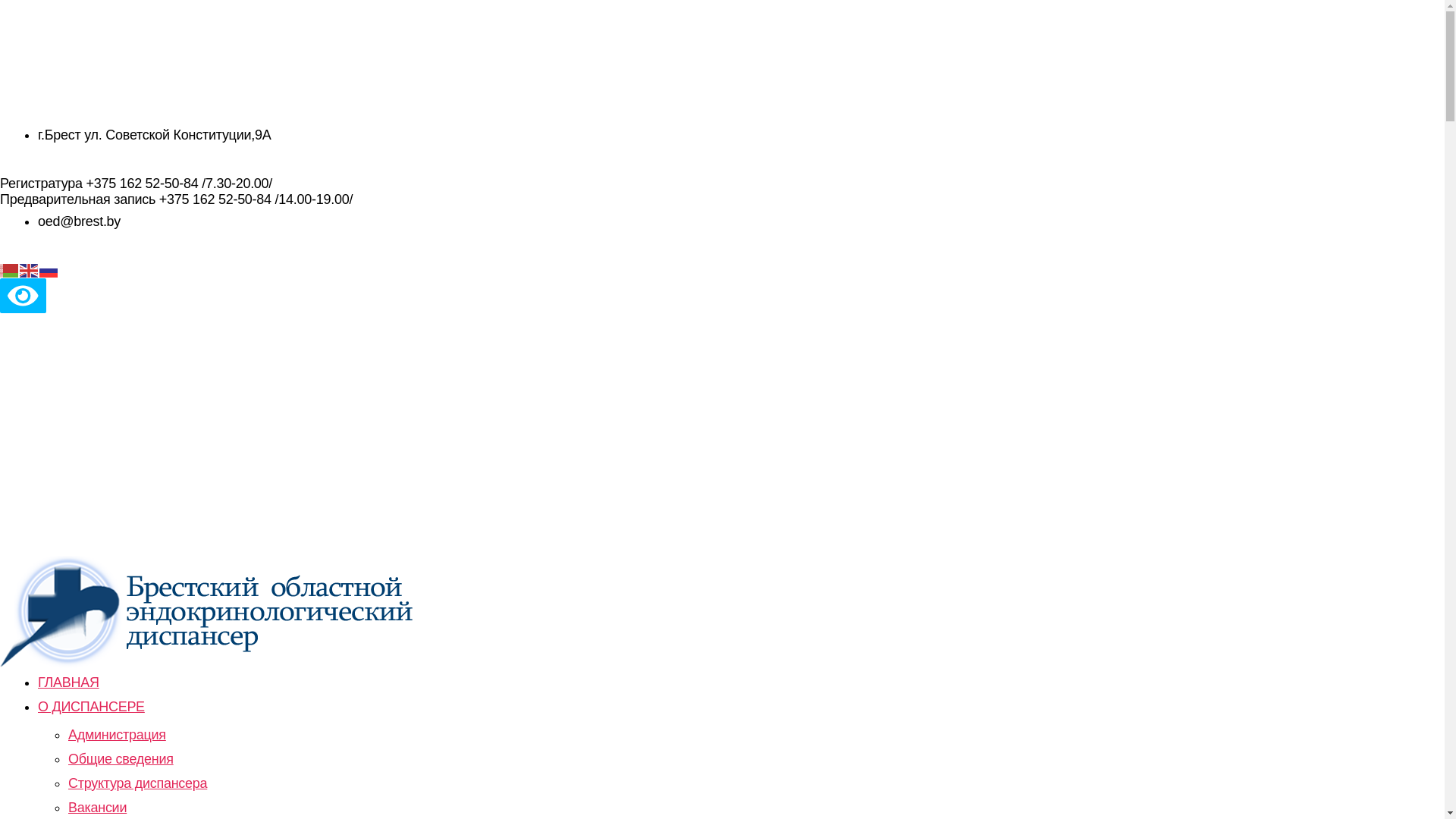 Image resolution: width=1456 pixels, height=819 pixels. Describe the element at coordinates (10, 268) in the screenshot. I see `'Belarusian'` at that location.